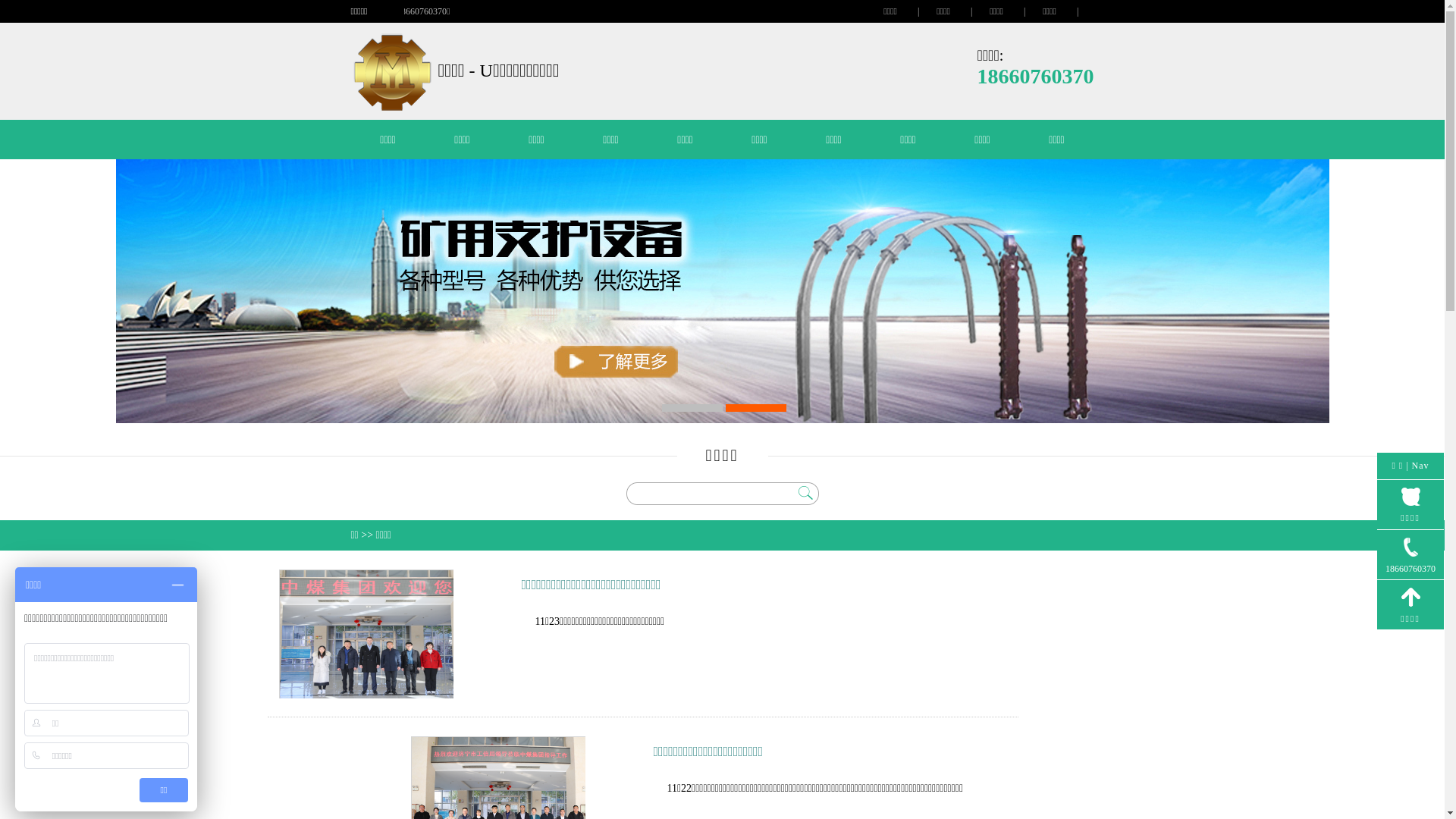 This screenshot has width=1456, height=819. Describe the element at coordinates (755, 406) in the screenshot. I see `'2'` at that location.